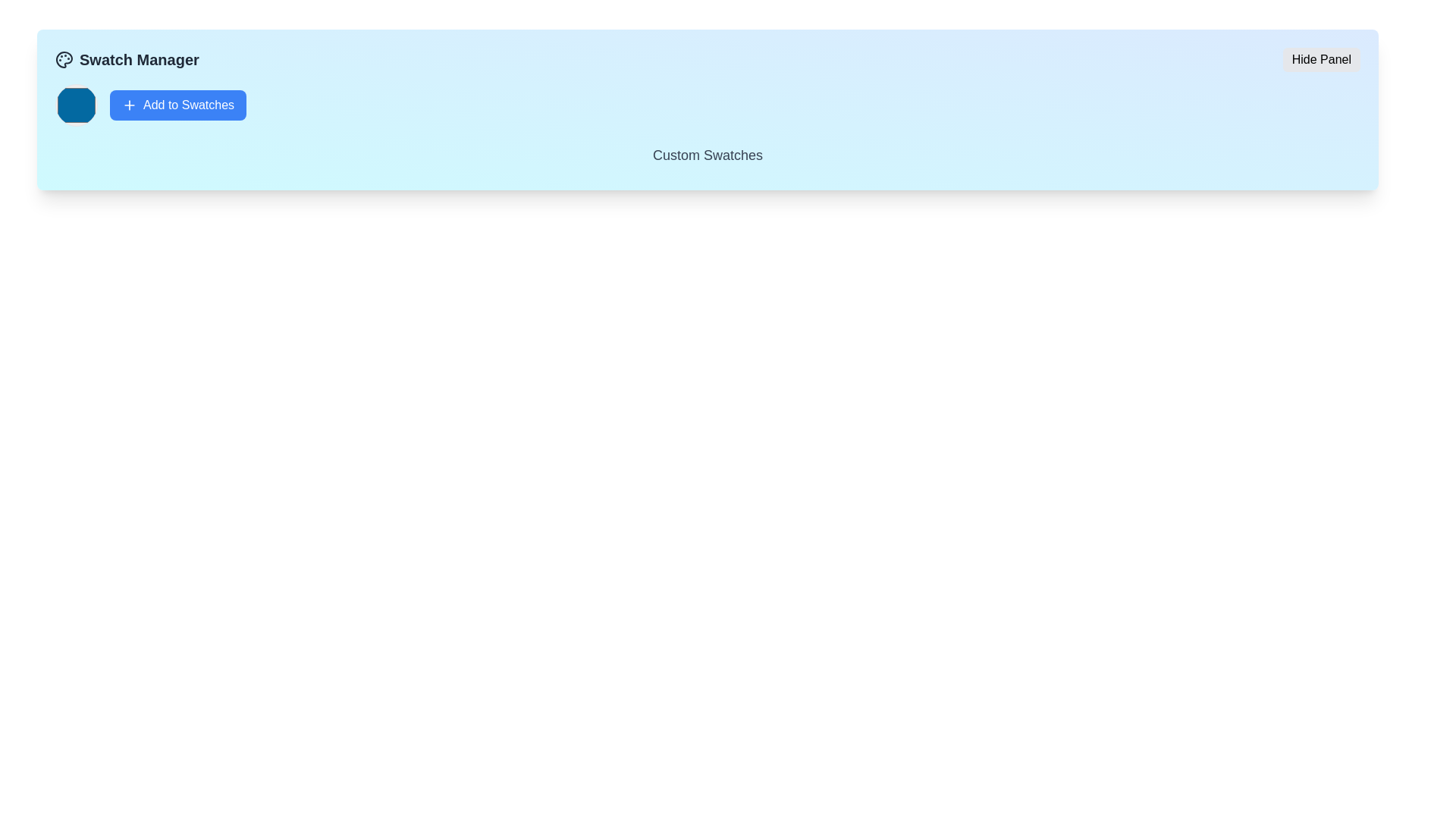 The width and height of the screenshot is (1456, 819). What do you see at coordinates (64, 58) in the screenshot?
I see `the decorative painter's palette icon in the header labeled 'Swatch Manager', positioned to the left of the text label` at bounding box center [64, 58].